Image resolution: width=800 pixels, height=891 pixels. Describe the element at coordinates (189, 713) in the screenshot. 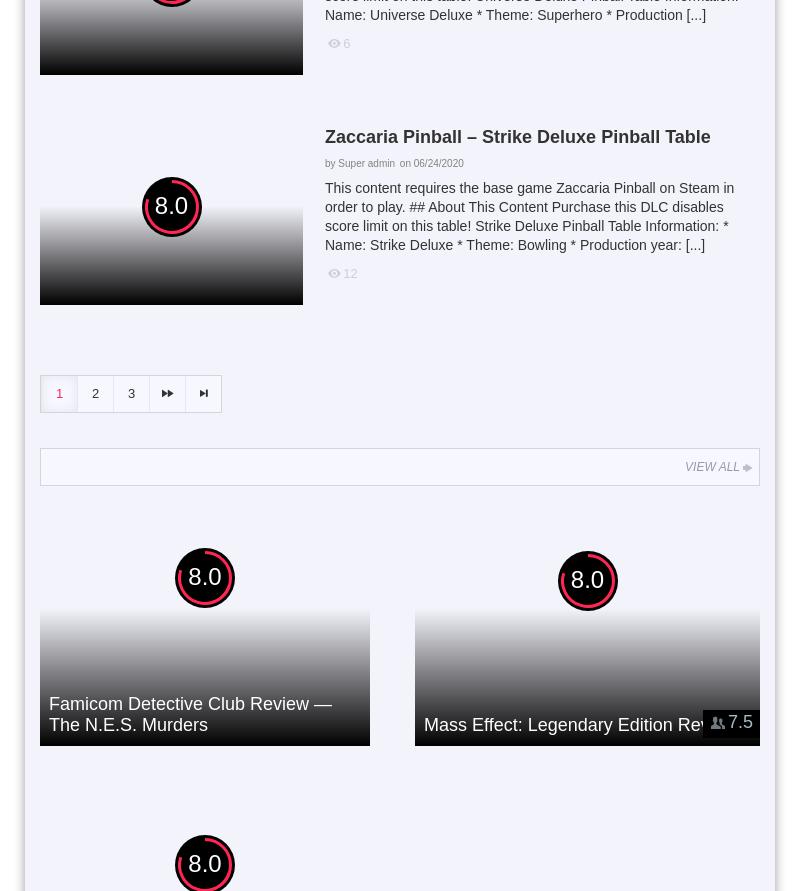

I see `'Famicom Detective Club Review — The N.E.S. Murders'` at that location.